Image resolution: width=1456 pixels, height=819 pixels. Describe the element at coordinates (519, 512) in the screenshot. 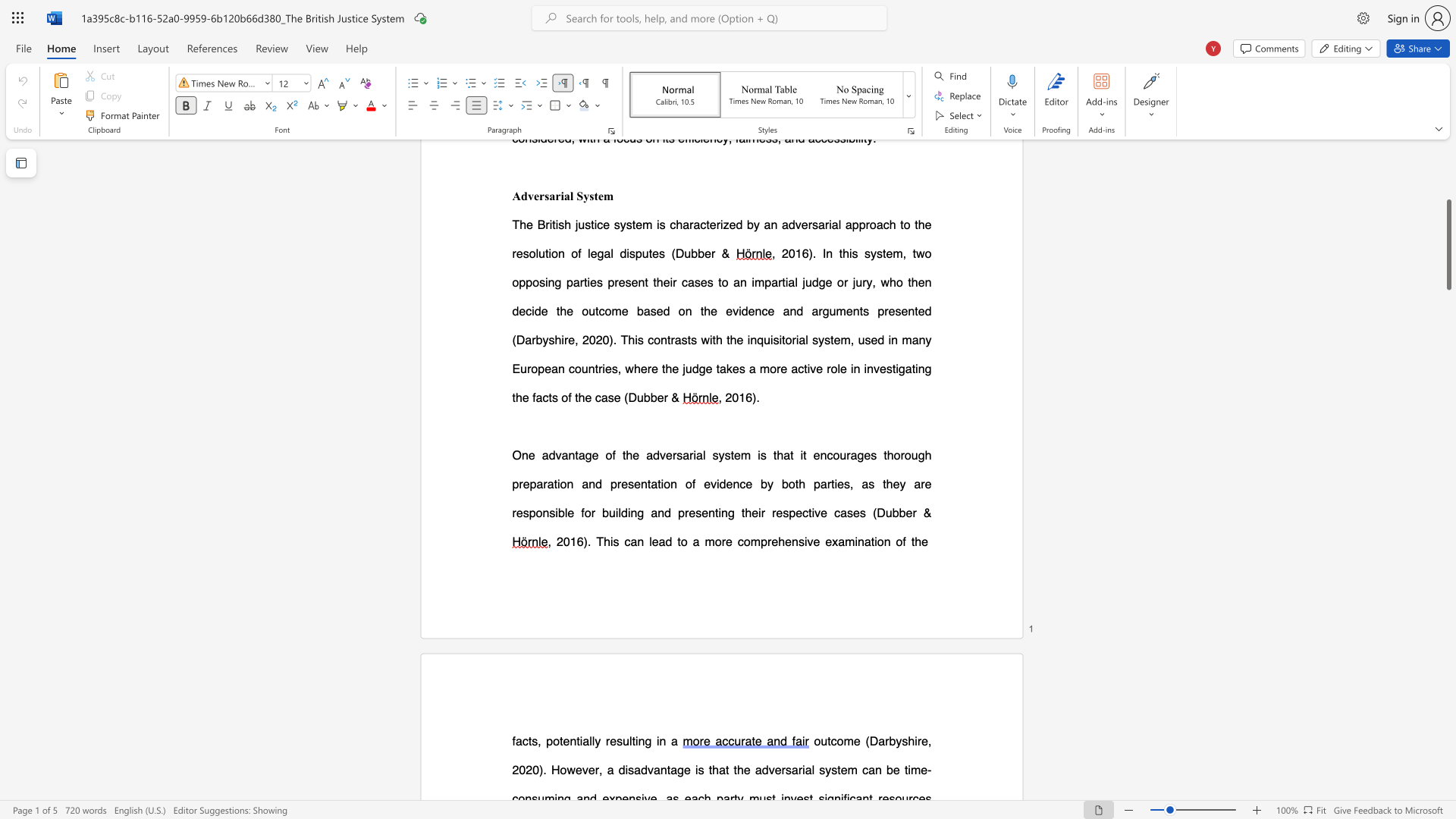

I see `the 2th character "e" in the text` at that location.